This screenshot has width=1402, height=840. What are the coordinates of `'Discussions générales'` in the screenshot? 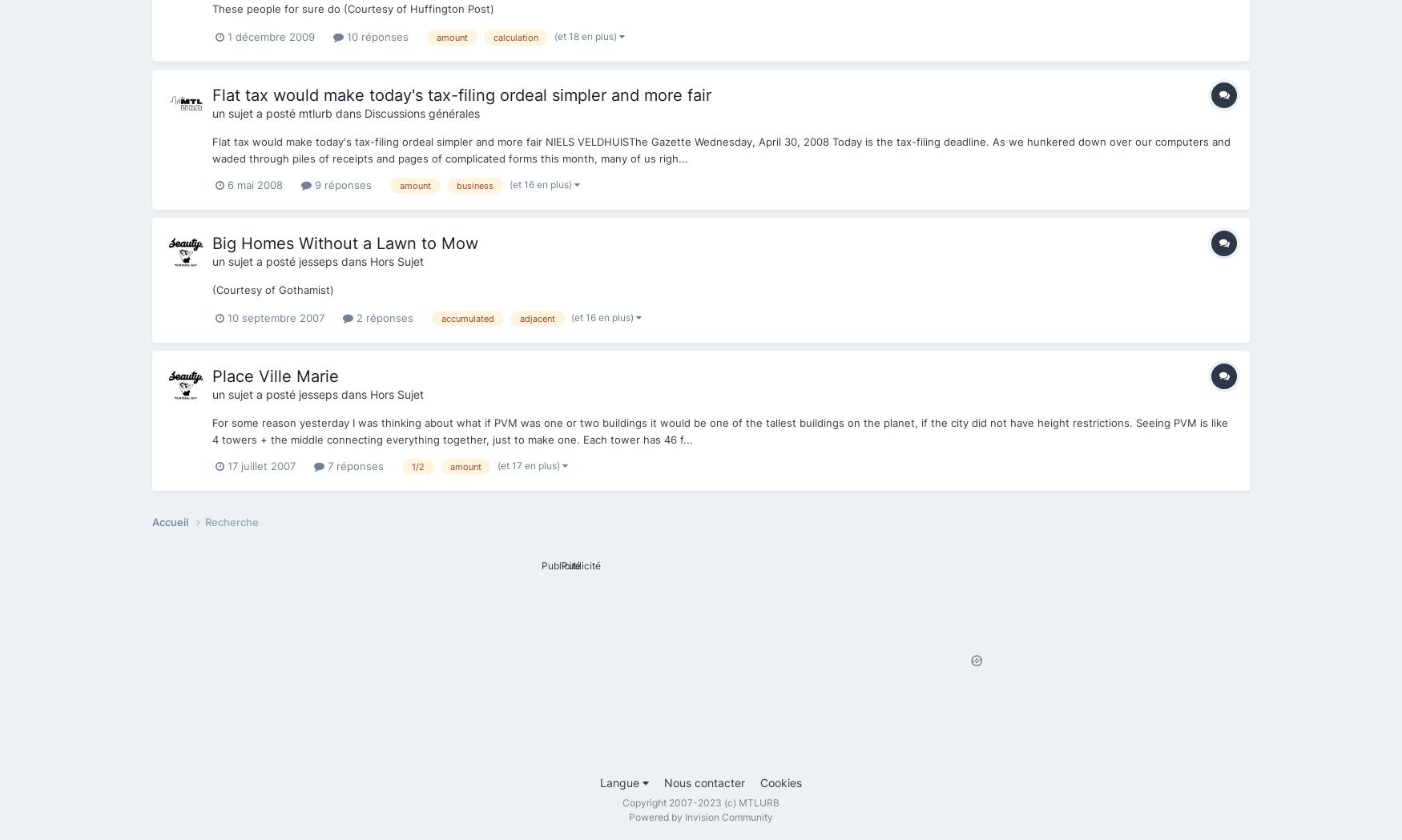 It's located at (365, 113).